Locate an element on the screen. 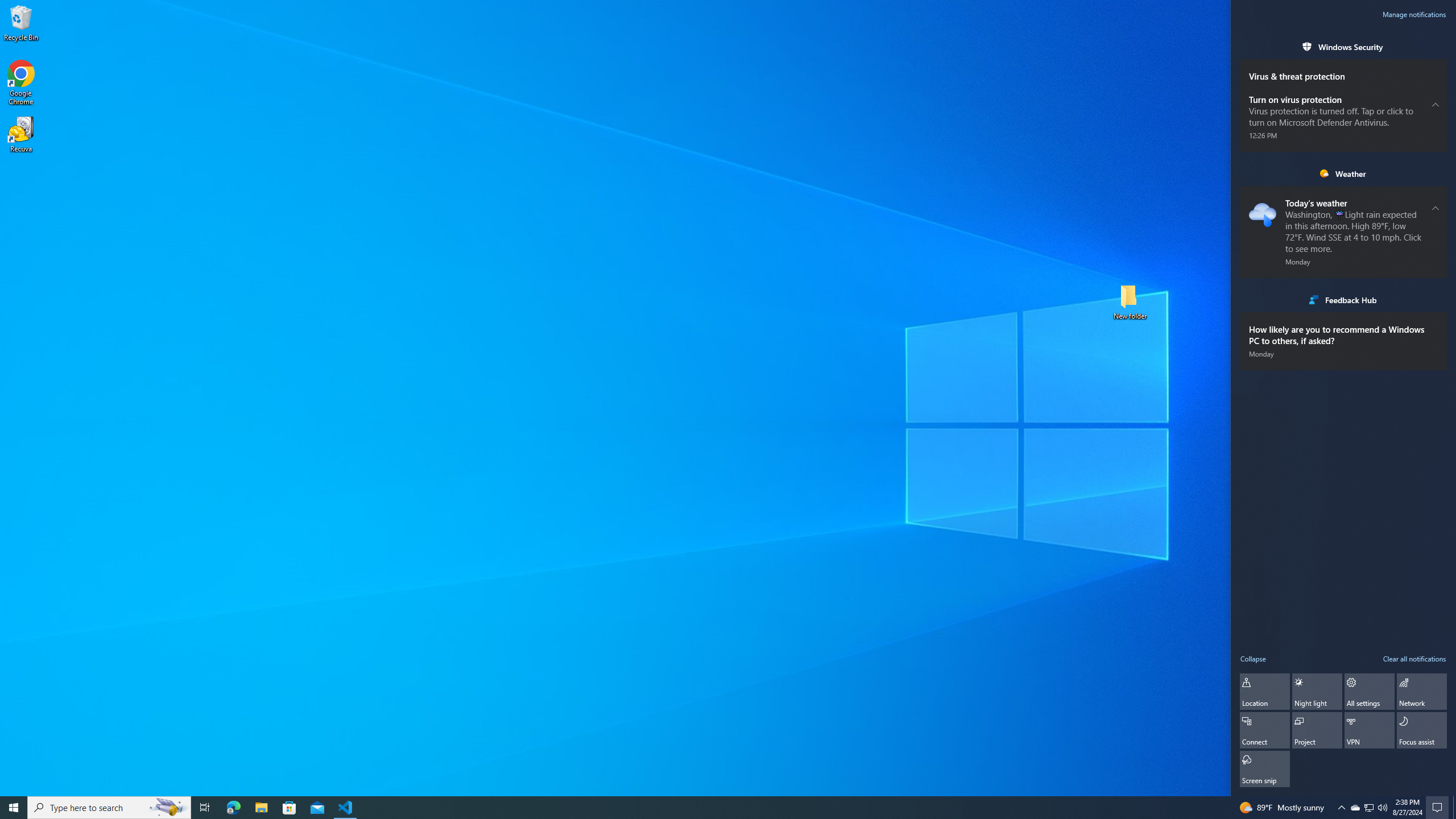  'Network' is located at coordinates (1421, 691).